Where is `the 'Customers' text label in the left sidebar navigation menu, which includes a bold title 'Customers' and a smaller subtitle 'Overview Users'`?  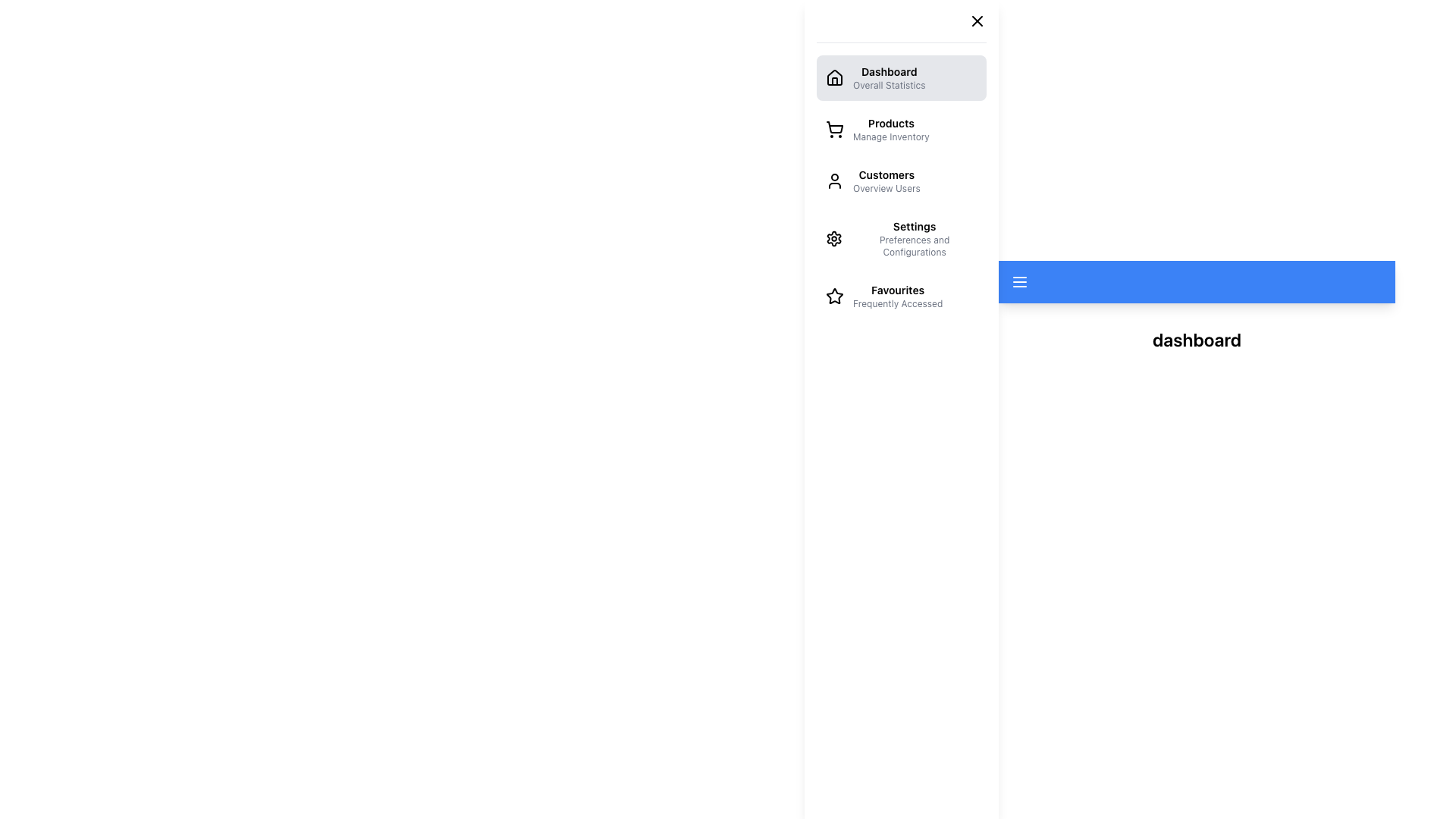
the 'Customers' text label in the left sidebar navigation menu, which includes a bold title 'Customers' and a smaller subtitle 'Overview Users' is located at coordinates (886, 180).